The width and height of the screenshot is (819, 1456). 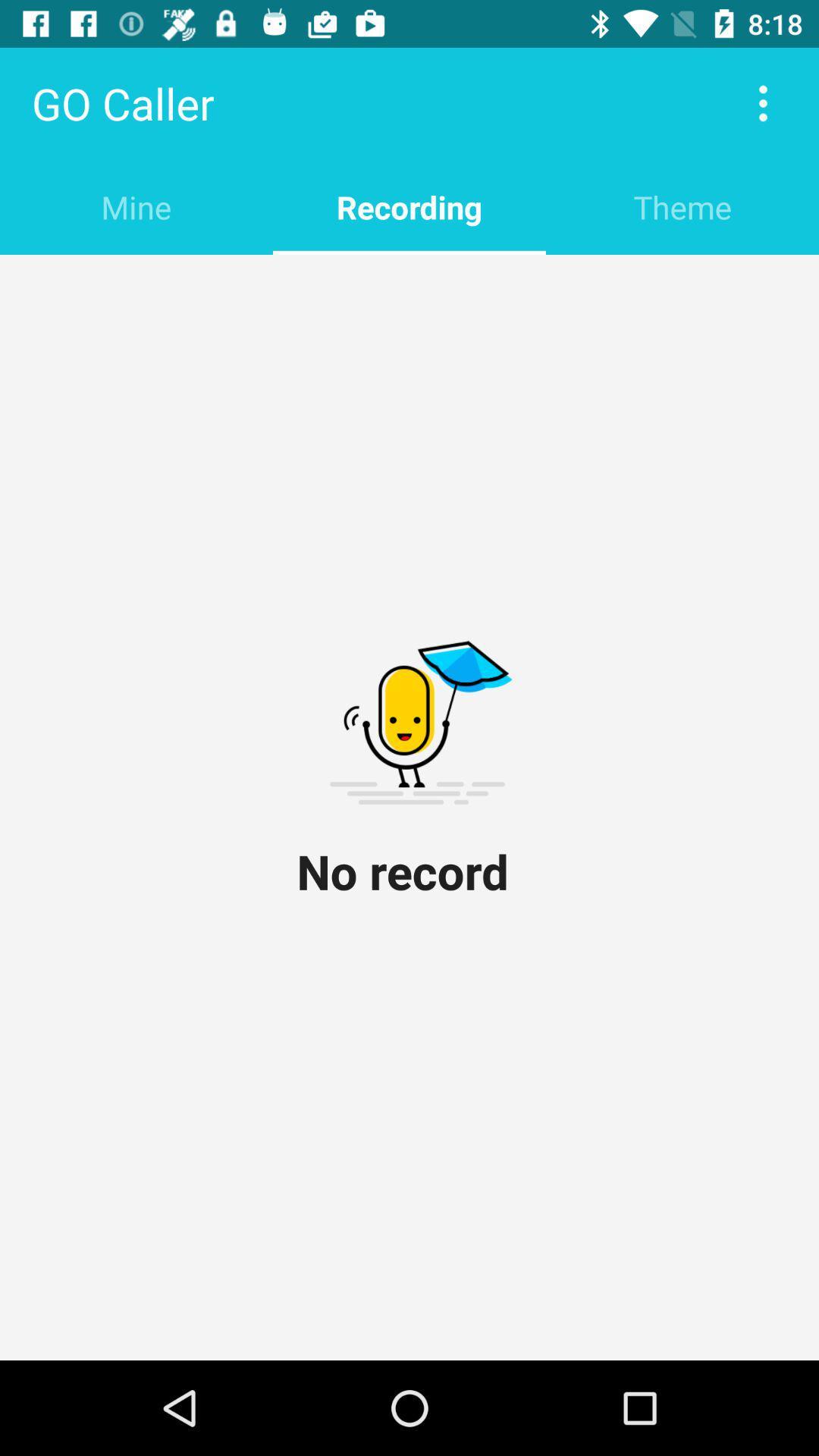 What do you see at coordinates (136, 206) in the screenshot?
I see `item at the top left corner` at bounding box center [136, 206].